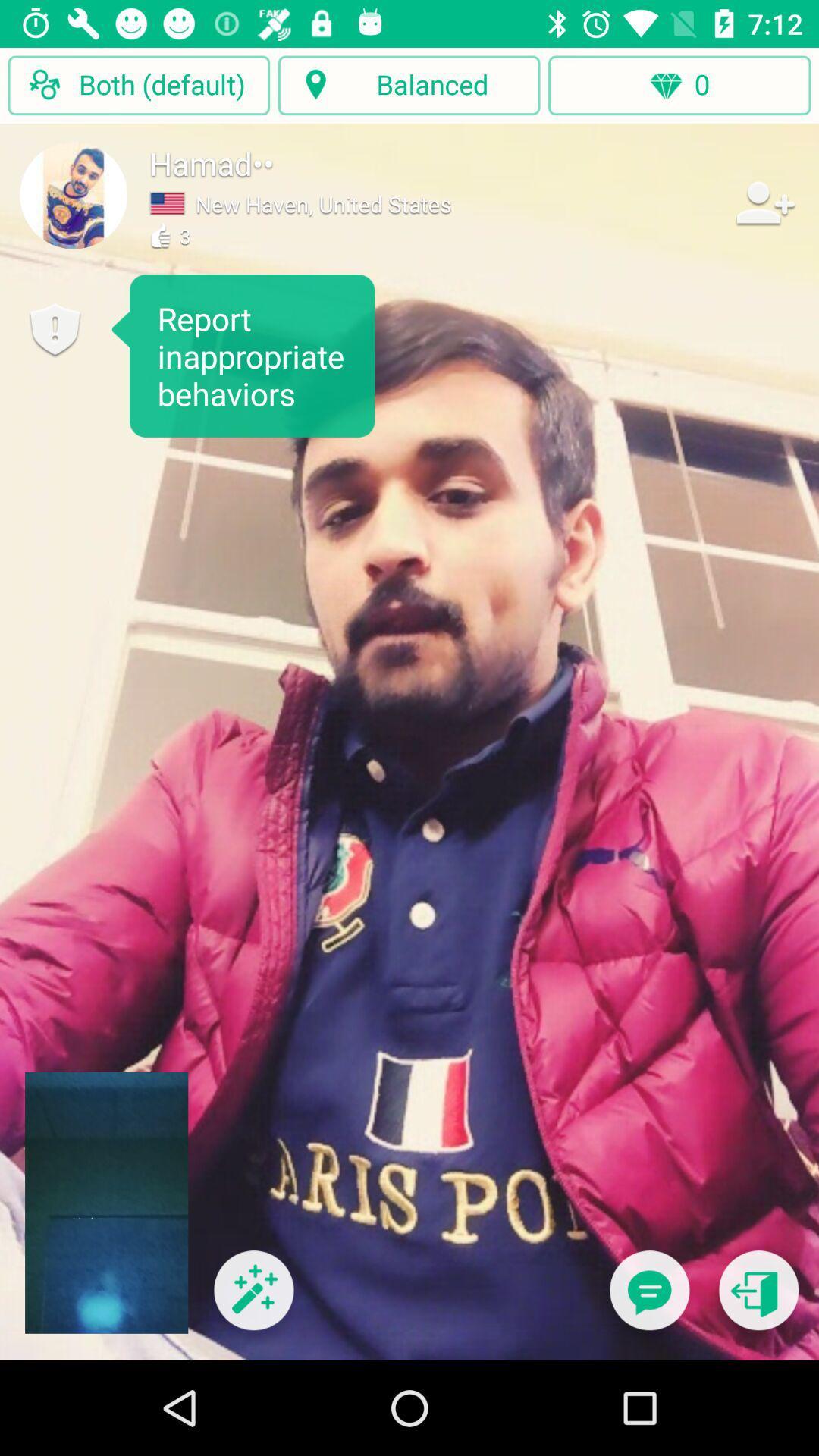 The width and height of the screenshot is (819, 1456). What do you see at coordinates (764, 202) in the screenshot?
I see `the item next to new haven united item` at bounding box center [764, 202].